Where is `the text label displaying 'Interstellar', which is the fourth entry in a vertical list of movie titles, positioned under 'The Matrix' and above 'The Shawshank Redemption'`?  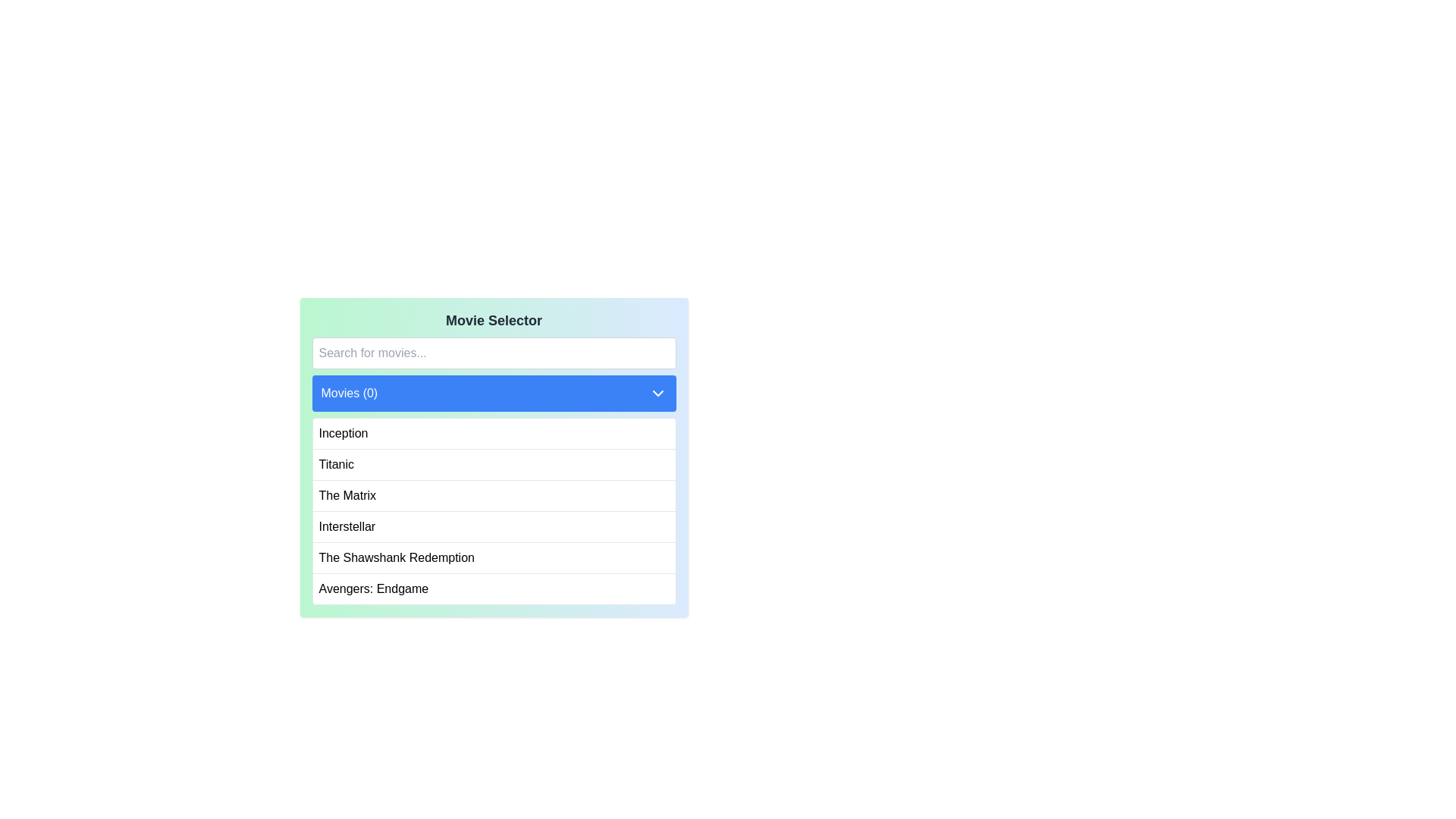
the text label displaying 'Interstellar', which is the fourth entry in a vertical list of movie titles, positioned under 'The Matrix' and above 'The Shawshank Redemption' is located at coordinates (346, 526).